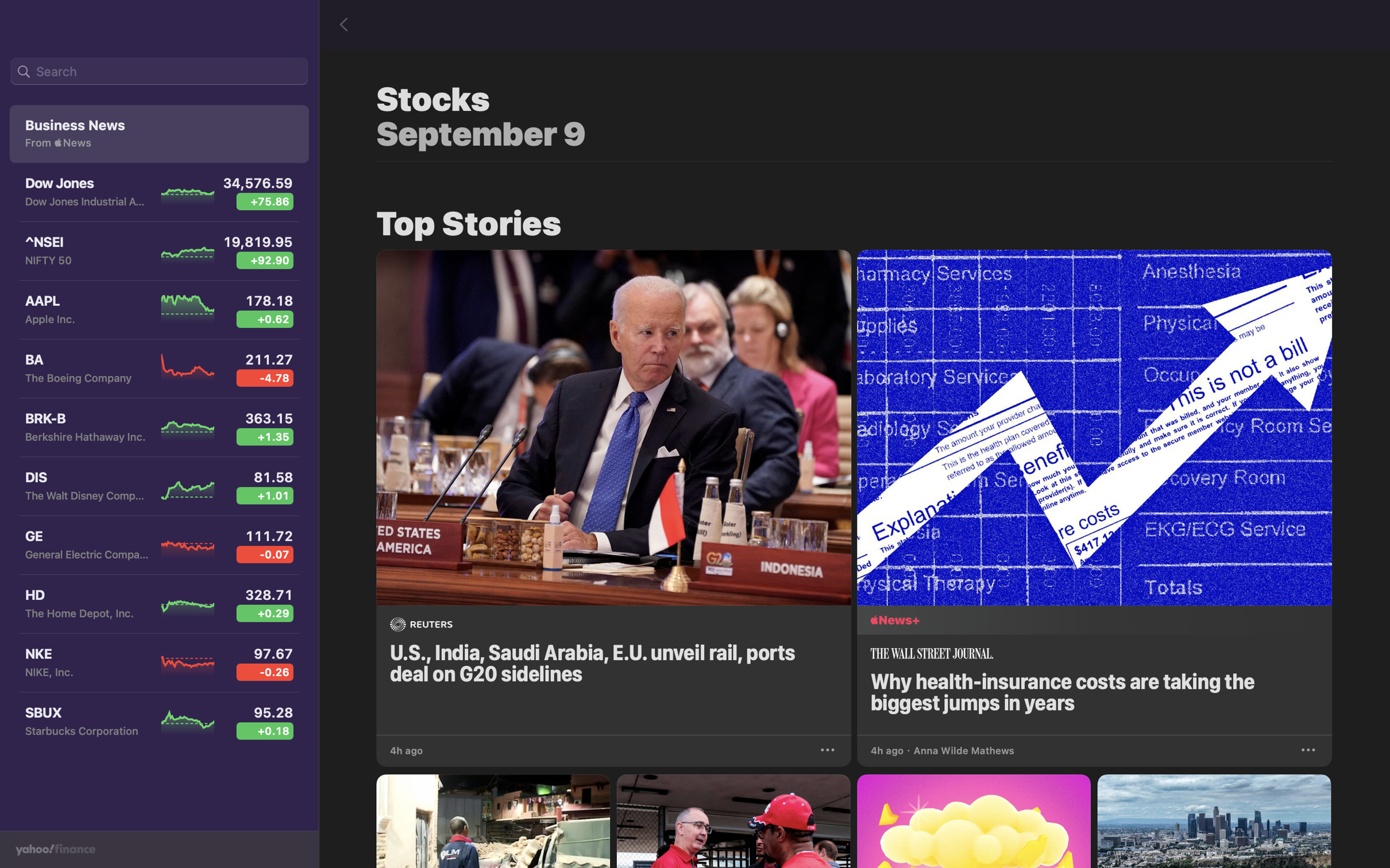 The width and height of the screenshot is (1390, 868). What do you see at coordinates (1098, 489) in the screenshot?
I see `the news about health insurance` at bounding box center [1098, 489].